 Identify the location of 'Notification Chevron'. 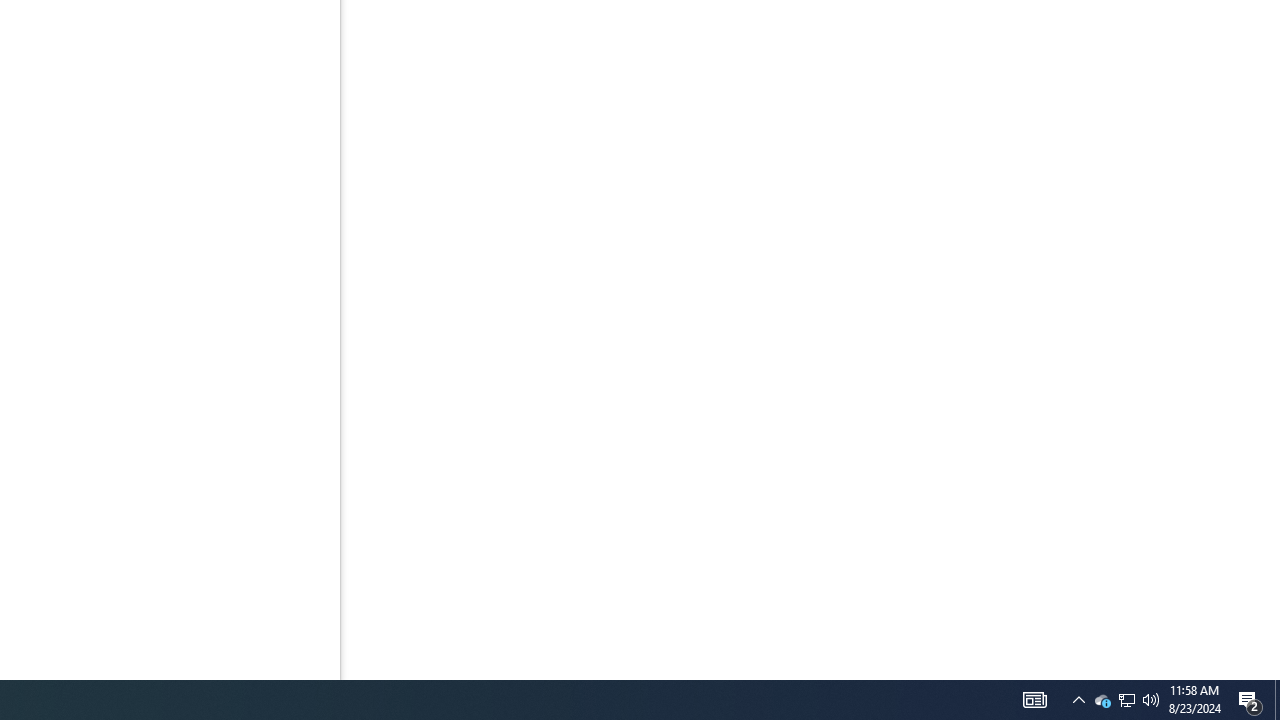
(1078, 698).